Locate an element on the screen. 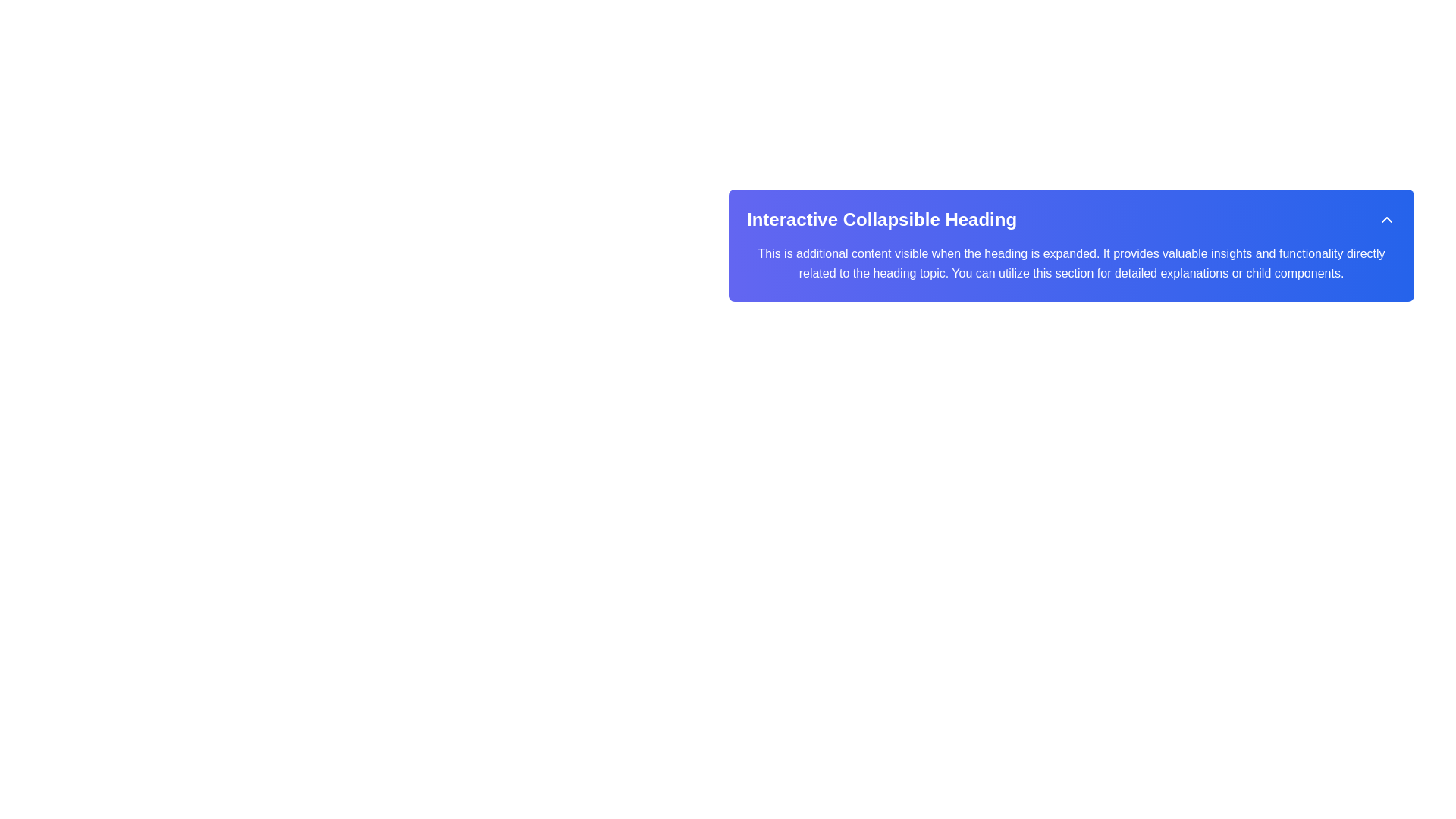 This screenshot has width=1456, height=819. the text block located beneath the 'Interactive Collapsible Heading', which contains descriptive content styled in a sans-serif font is located at coordinates (1070, 262).